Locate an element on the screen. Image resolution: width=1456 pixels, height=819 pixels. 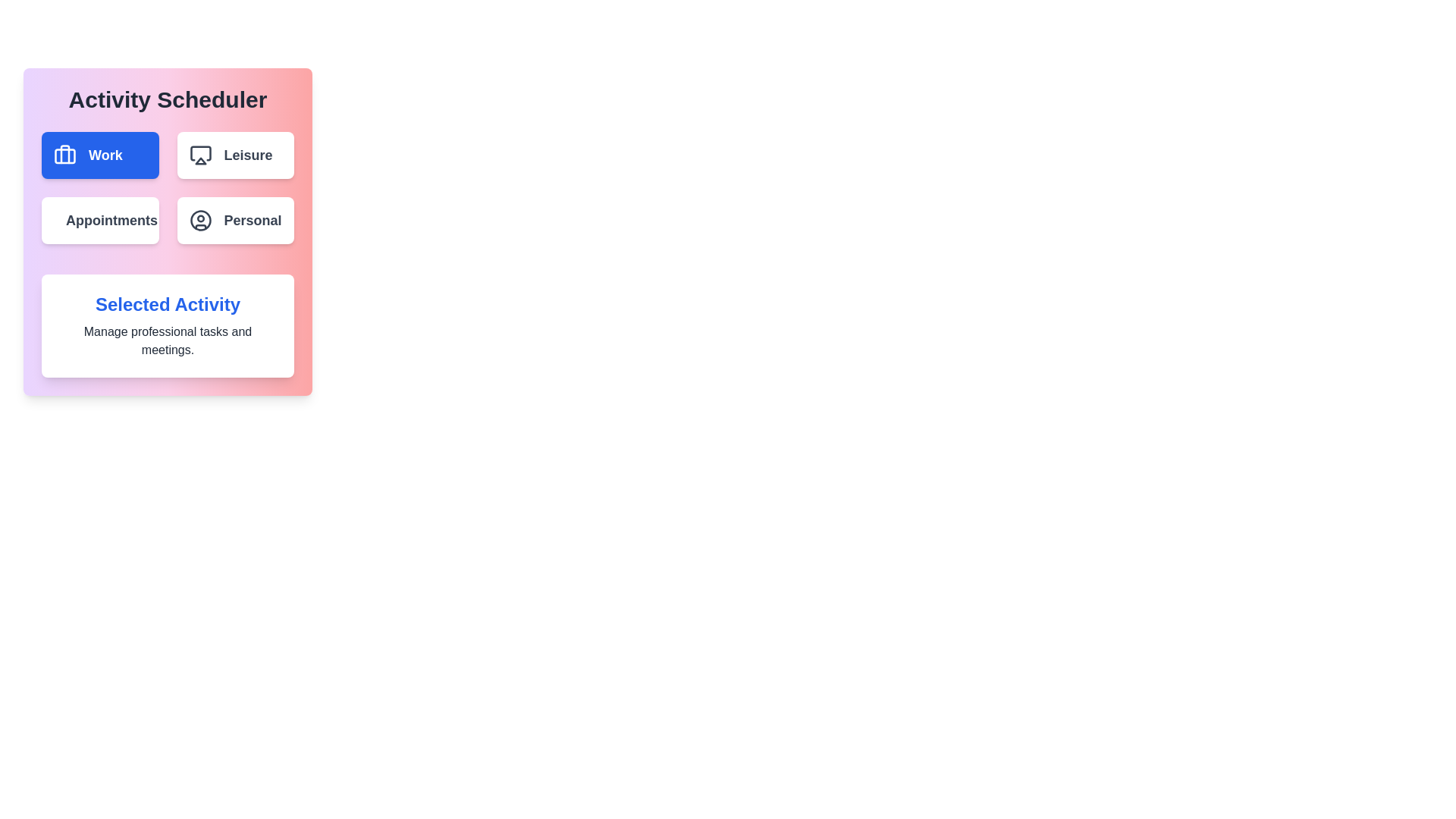
the vertical line on the left side of the briefcase icon, which symbolizes 'Work' in the user interface of the 'Activity Scheduler' card is located at coordinates (64, 154).